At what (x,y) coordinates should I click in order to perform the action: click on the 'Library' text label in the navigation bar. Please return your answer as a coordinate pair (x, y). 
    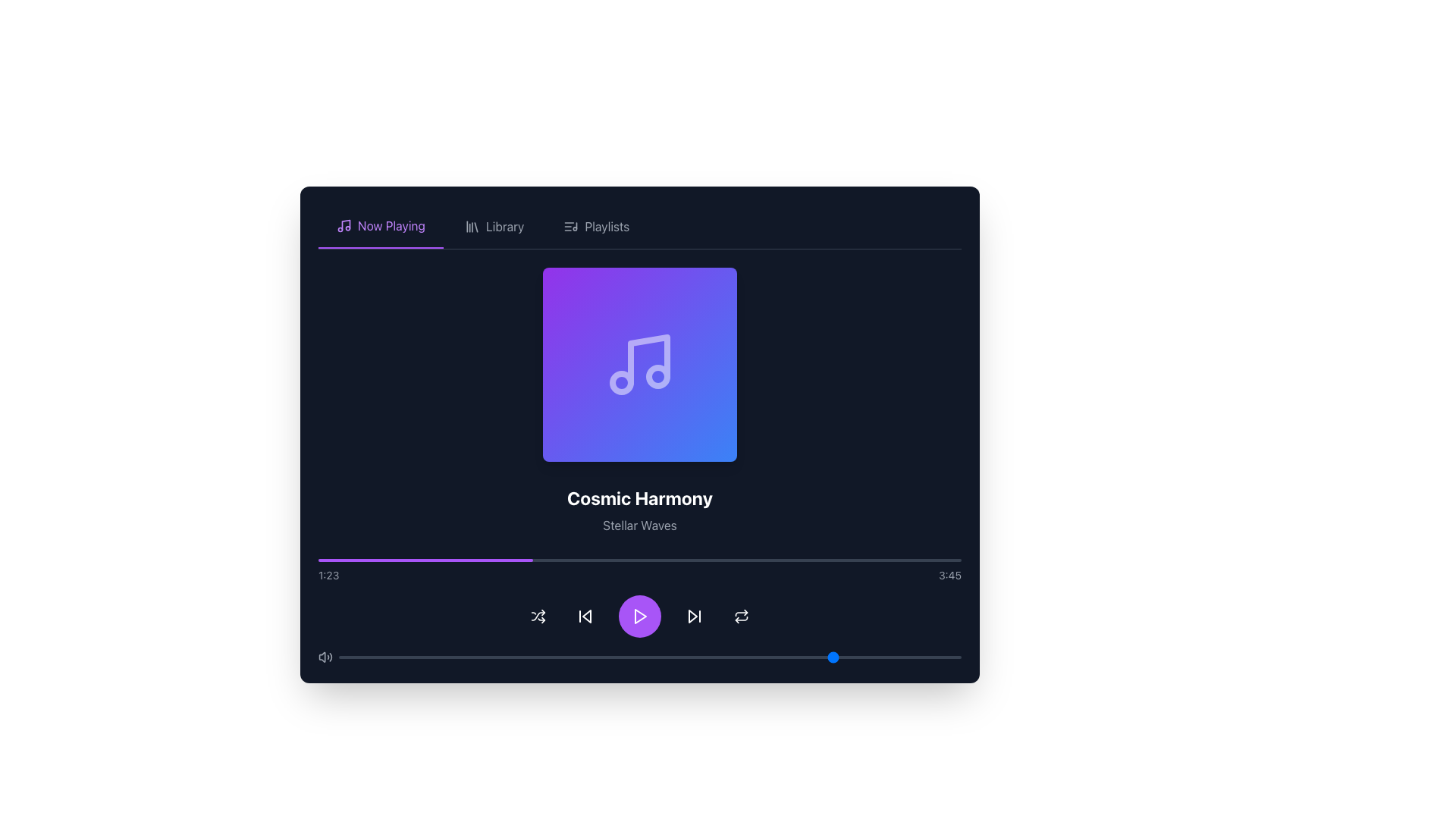
    Looking at the image, I should click on (505, 227).